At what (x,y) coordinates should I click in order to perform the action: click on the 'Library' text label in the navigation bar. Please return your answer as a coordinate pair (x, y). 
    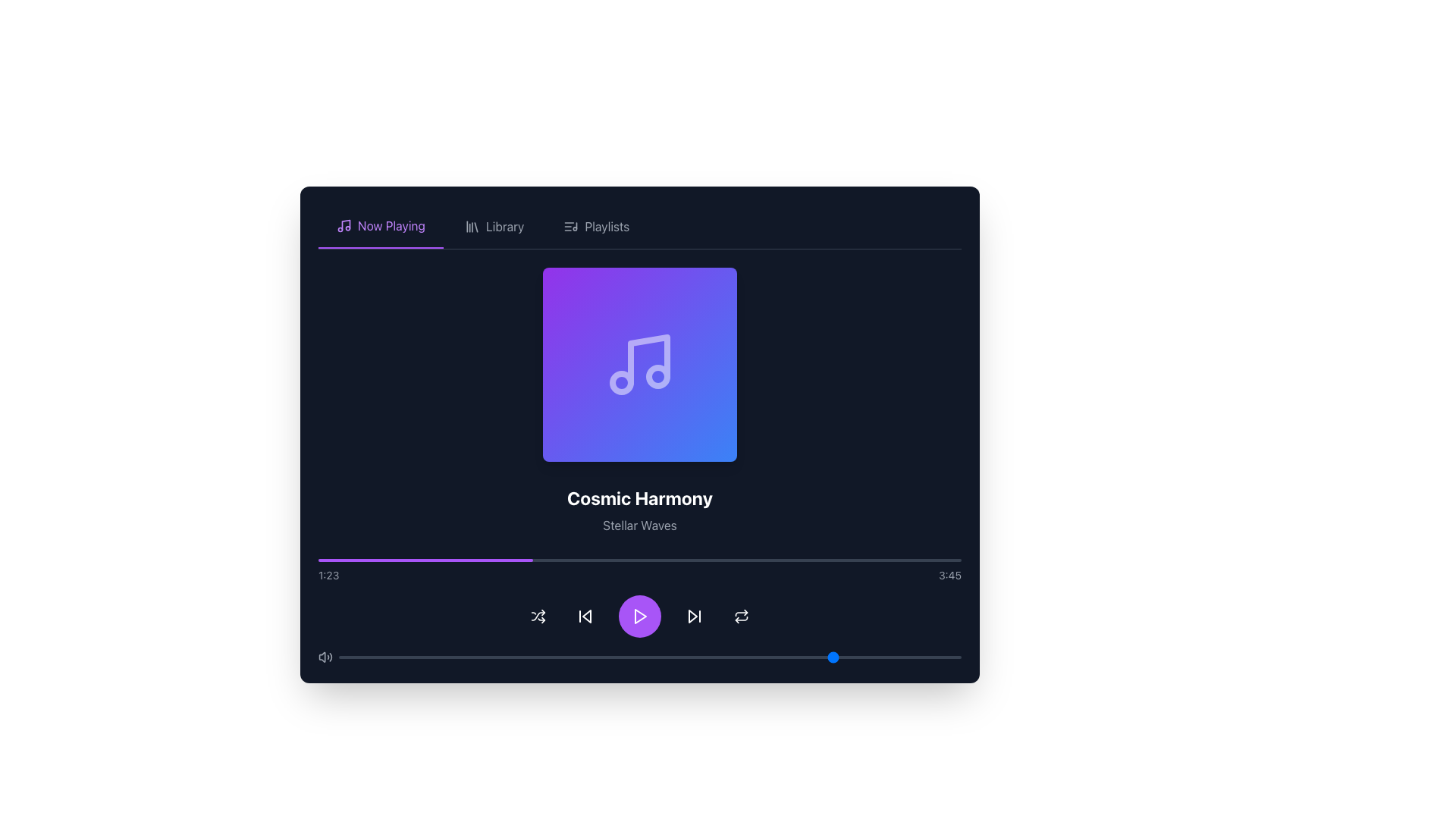
    Looking at the image, I should click on (505, 227).